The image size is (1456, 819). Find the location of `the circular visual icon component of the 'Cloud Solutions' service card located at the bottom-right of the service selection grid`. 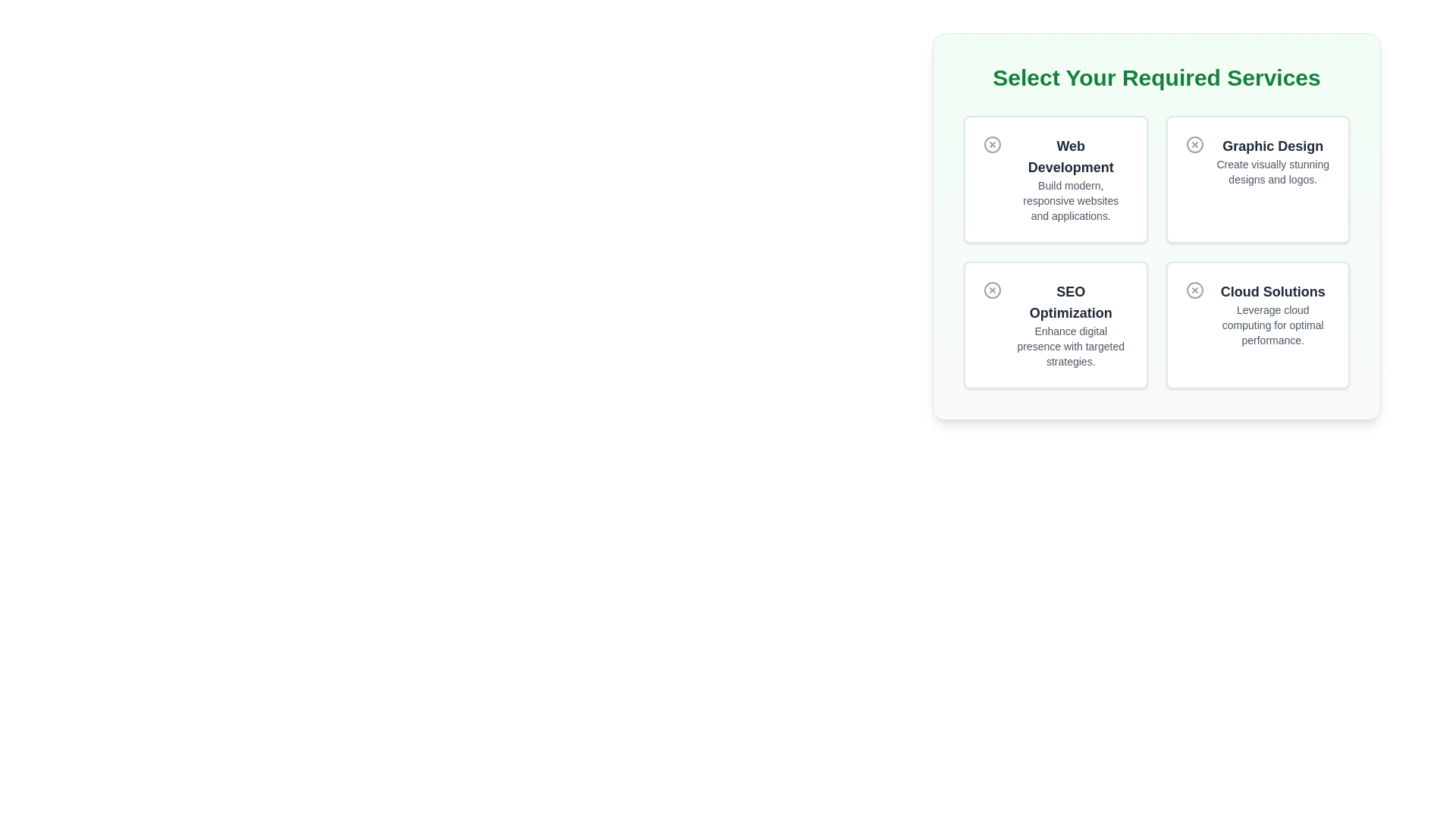

the circular visual icon component of the 'Cloud Solutions' service card located at the bottom-right of the service selection grid is located at coordinates (1194, 290).